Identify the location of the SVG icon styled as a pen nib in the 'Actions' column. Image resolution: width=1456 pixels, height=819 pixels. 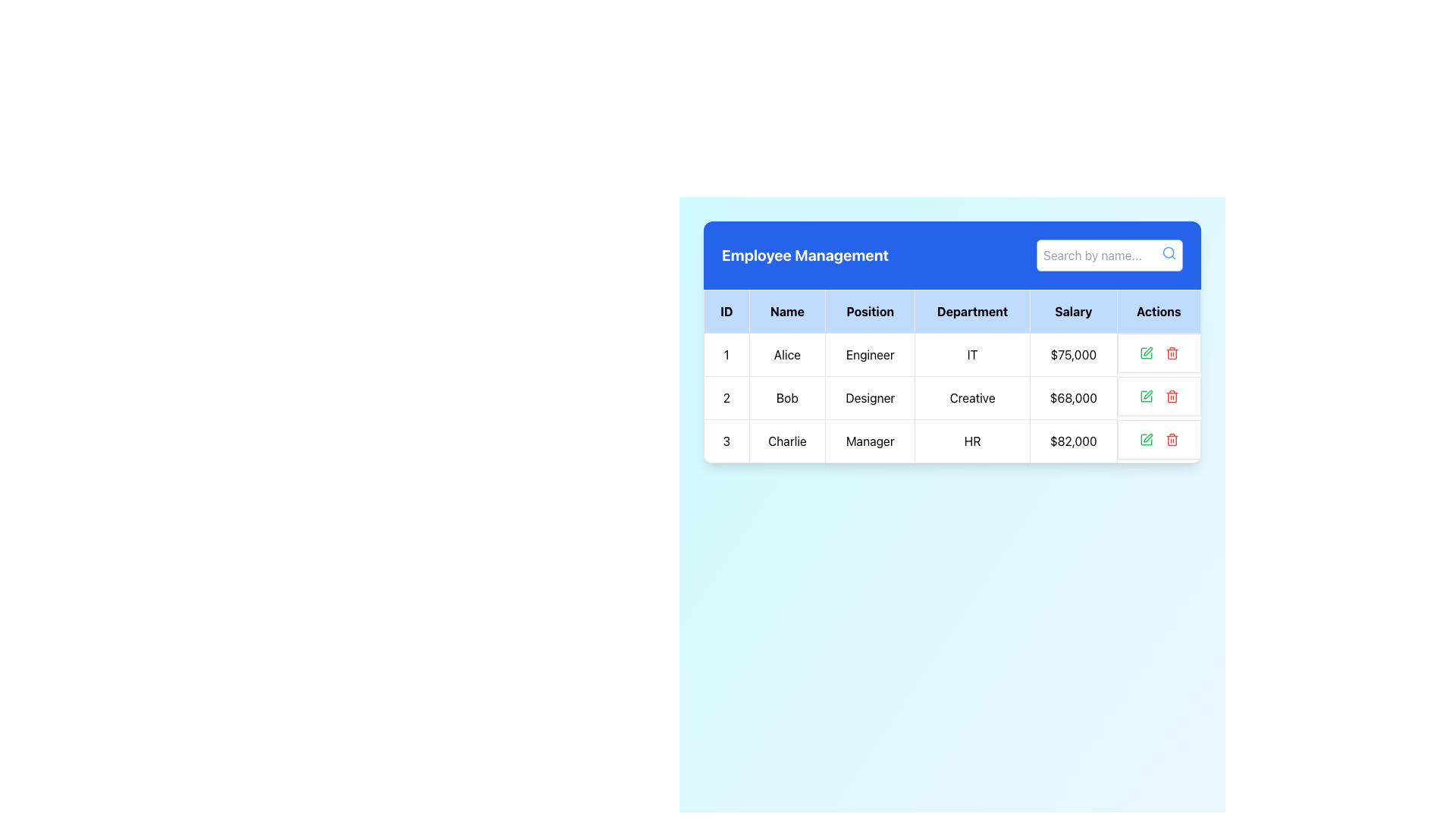
(1147, 438).